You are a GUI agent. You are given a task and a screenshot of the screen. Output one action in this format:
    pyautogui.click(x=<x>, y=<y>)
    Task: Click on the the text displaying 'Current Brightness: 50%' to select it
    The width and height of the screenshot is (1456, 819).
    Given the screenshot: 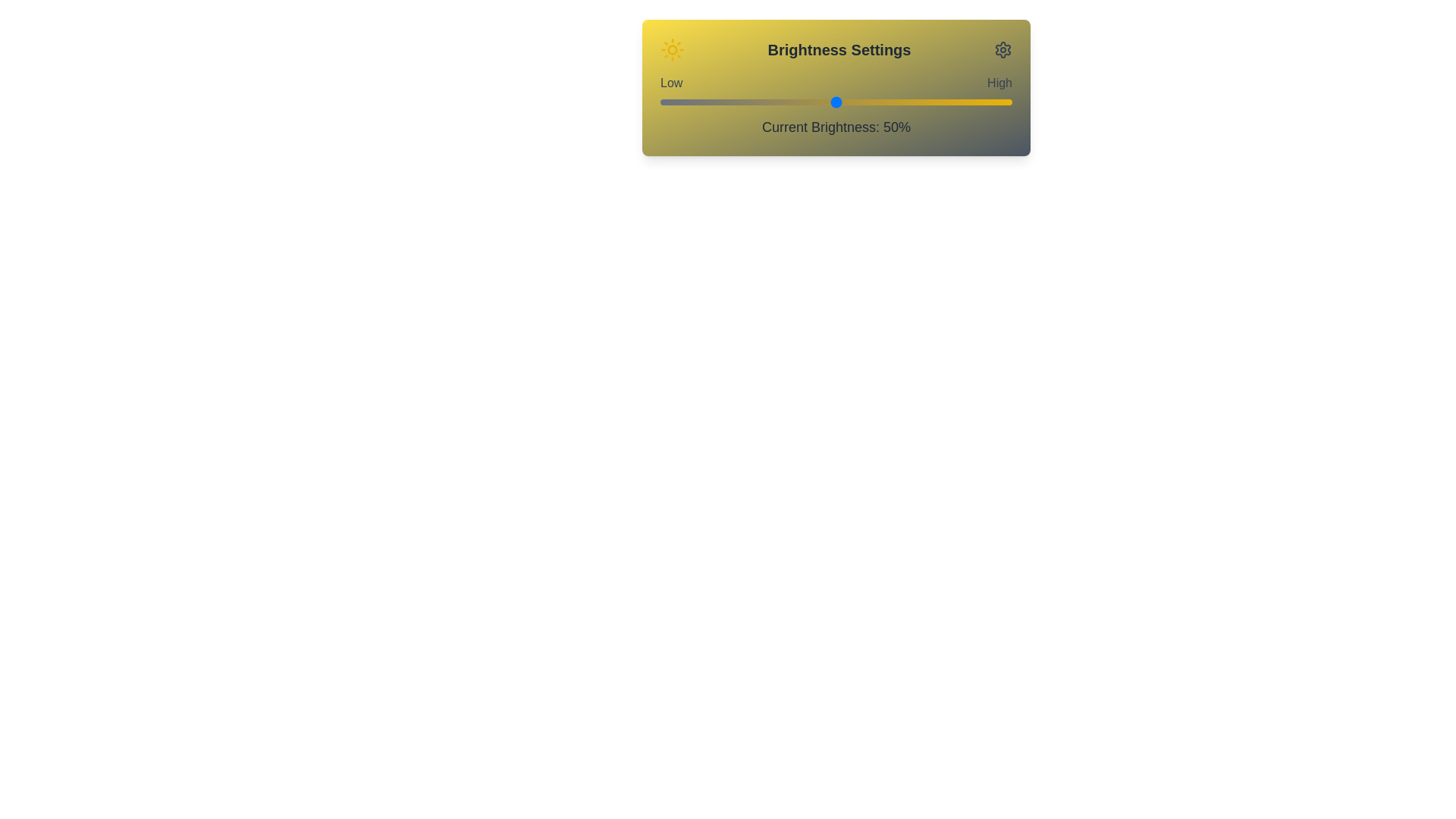 What is the action you would take?
    pyautogui.click(x=836, y=127)
    